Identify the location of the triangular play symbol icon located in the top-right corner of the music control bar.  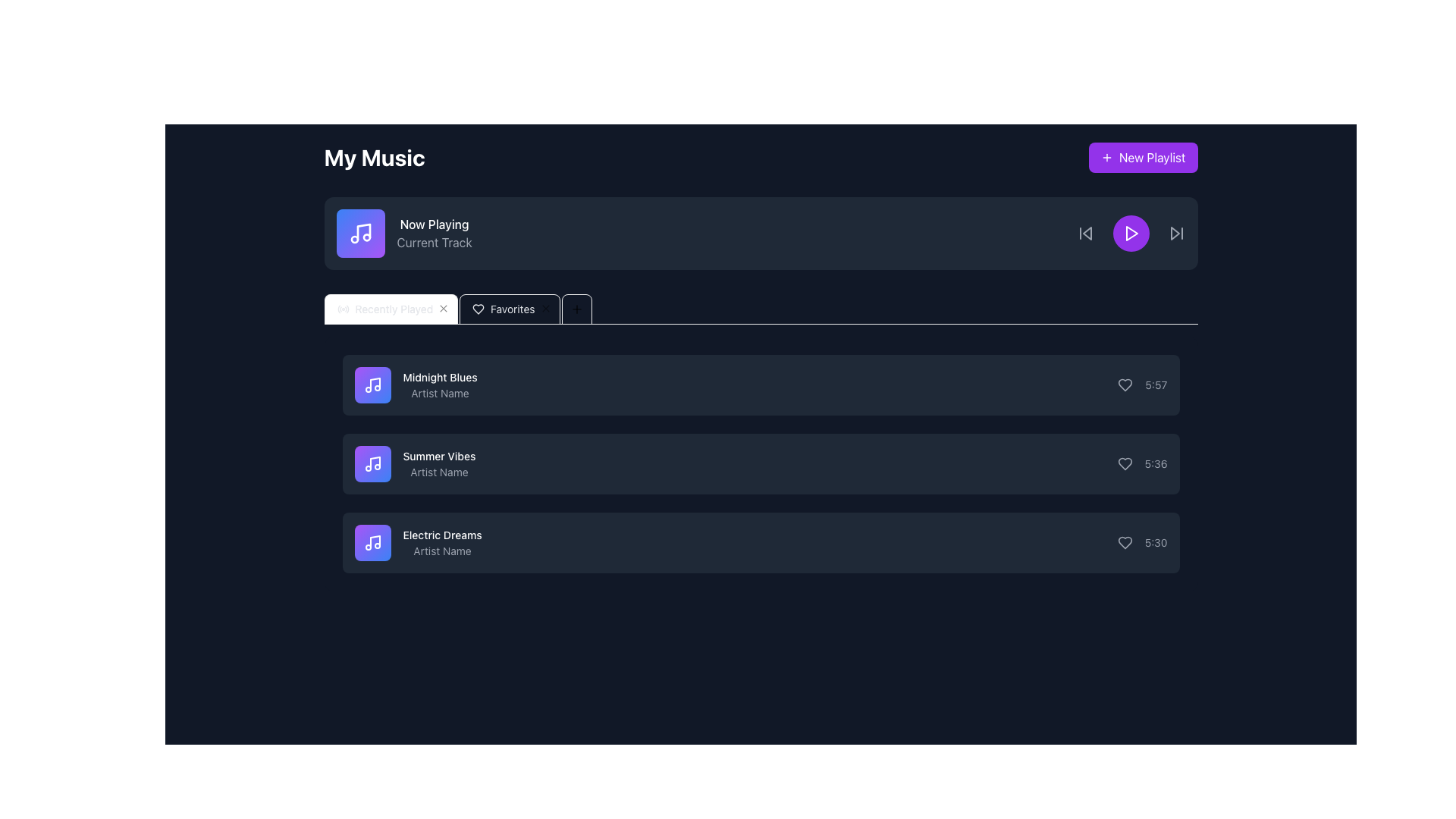
(1131, 234).